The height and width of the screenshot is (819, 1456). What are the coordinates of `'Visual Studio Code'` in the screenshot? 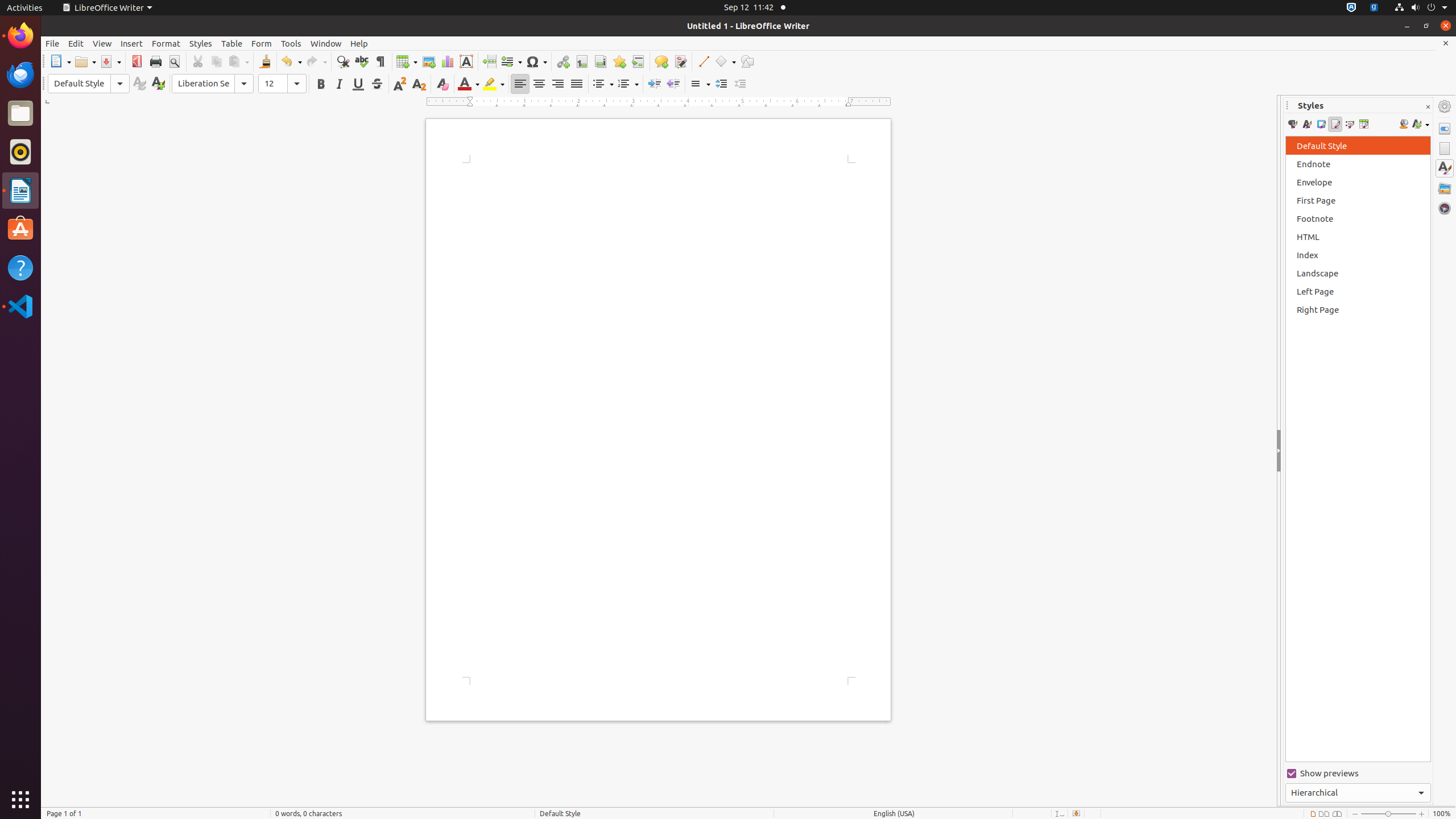 It's located at (20, 305).